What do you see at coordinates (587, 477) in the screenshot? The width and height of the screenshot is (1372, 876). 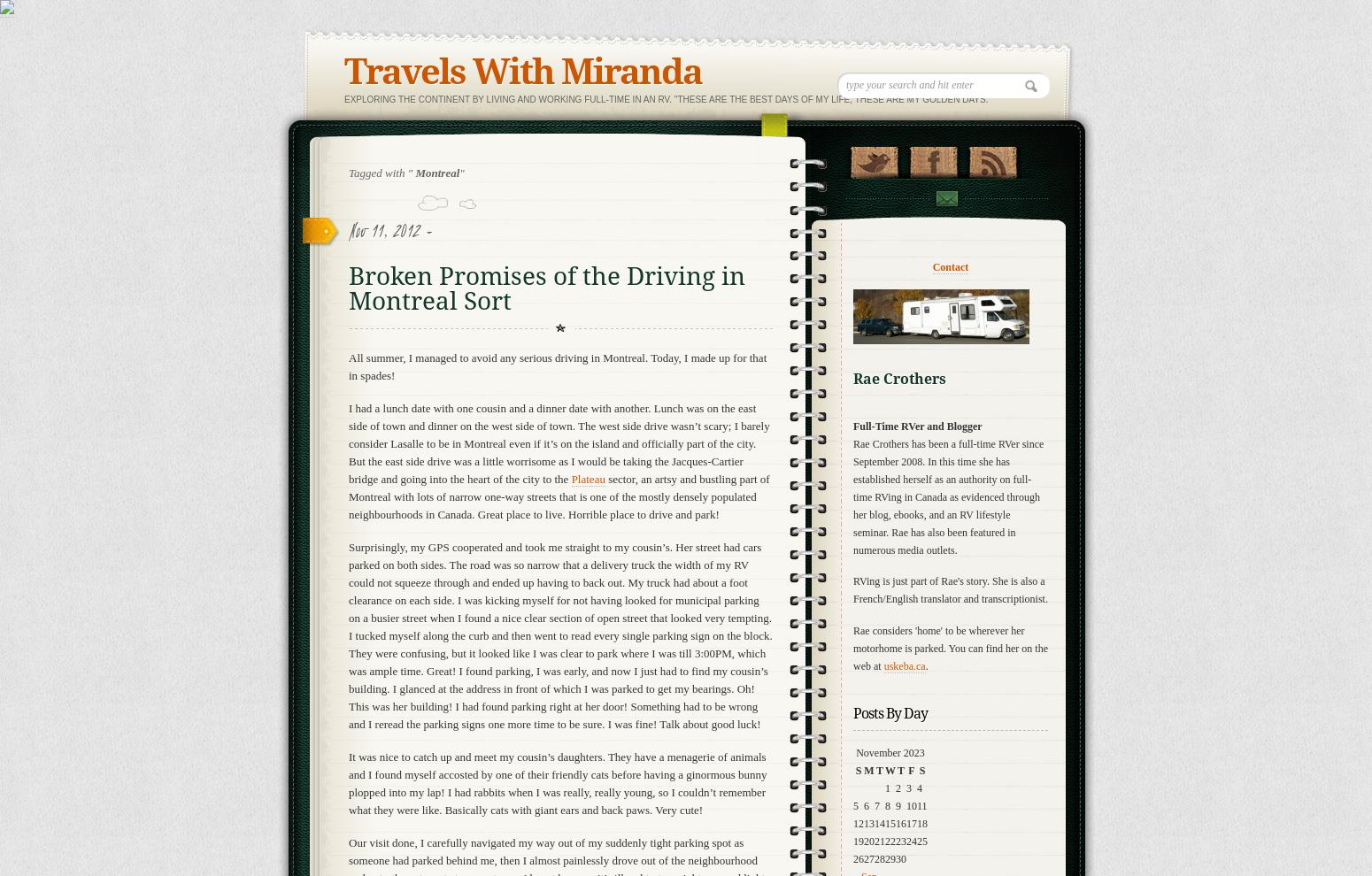 I see `'Plateau'` at bounding box center [587, 477].